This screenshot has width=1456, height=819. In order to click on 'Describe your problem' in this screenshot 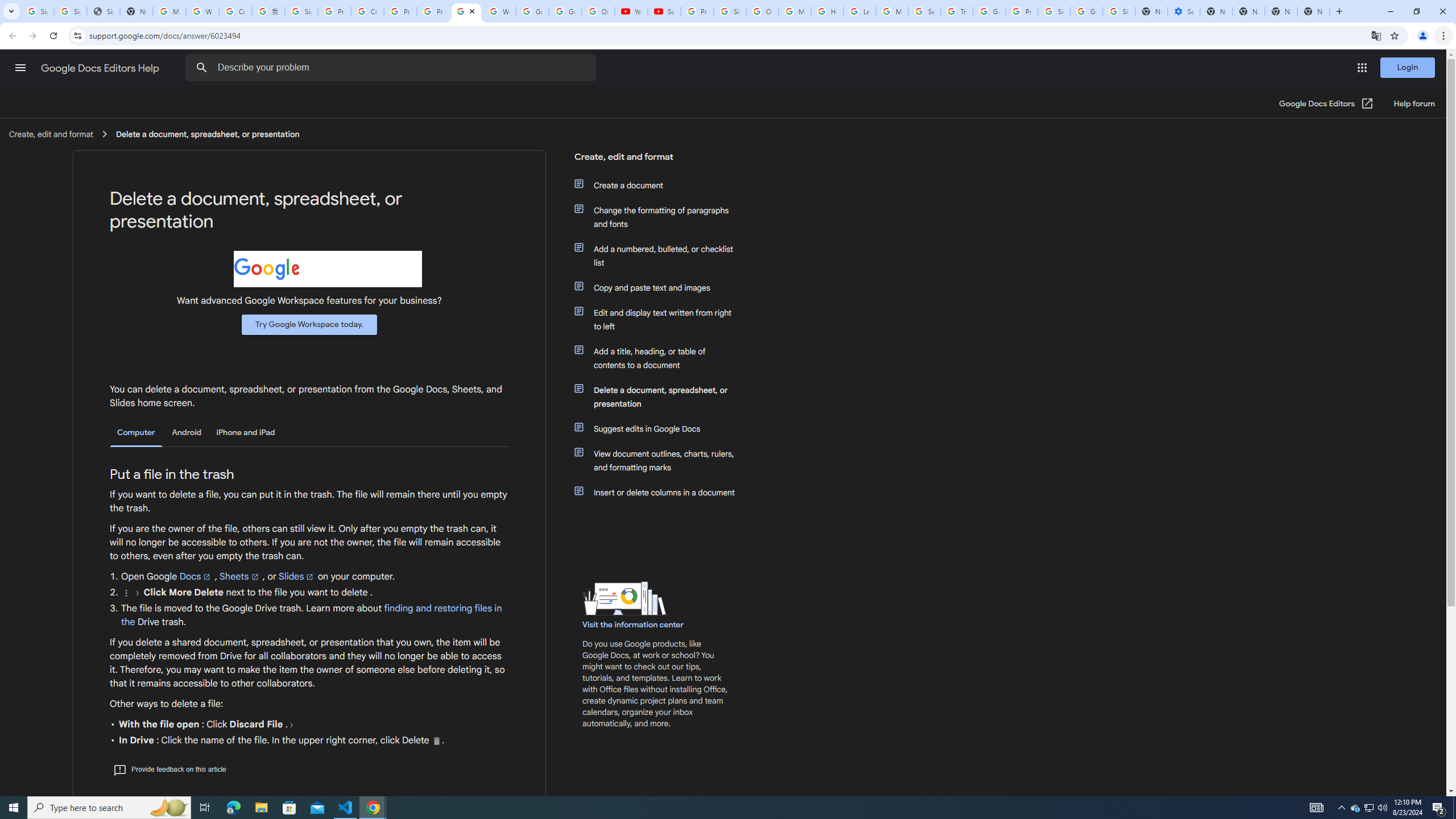, I will do `click(391, 67)`.